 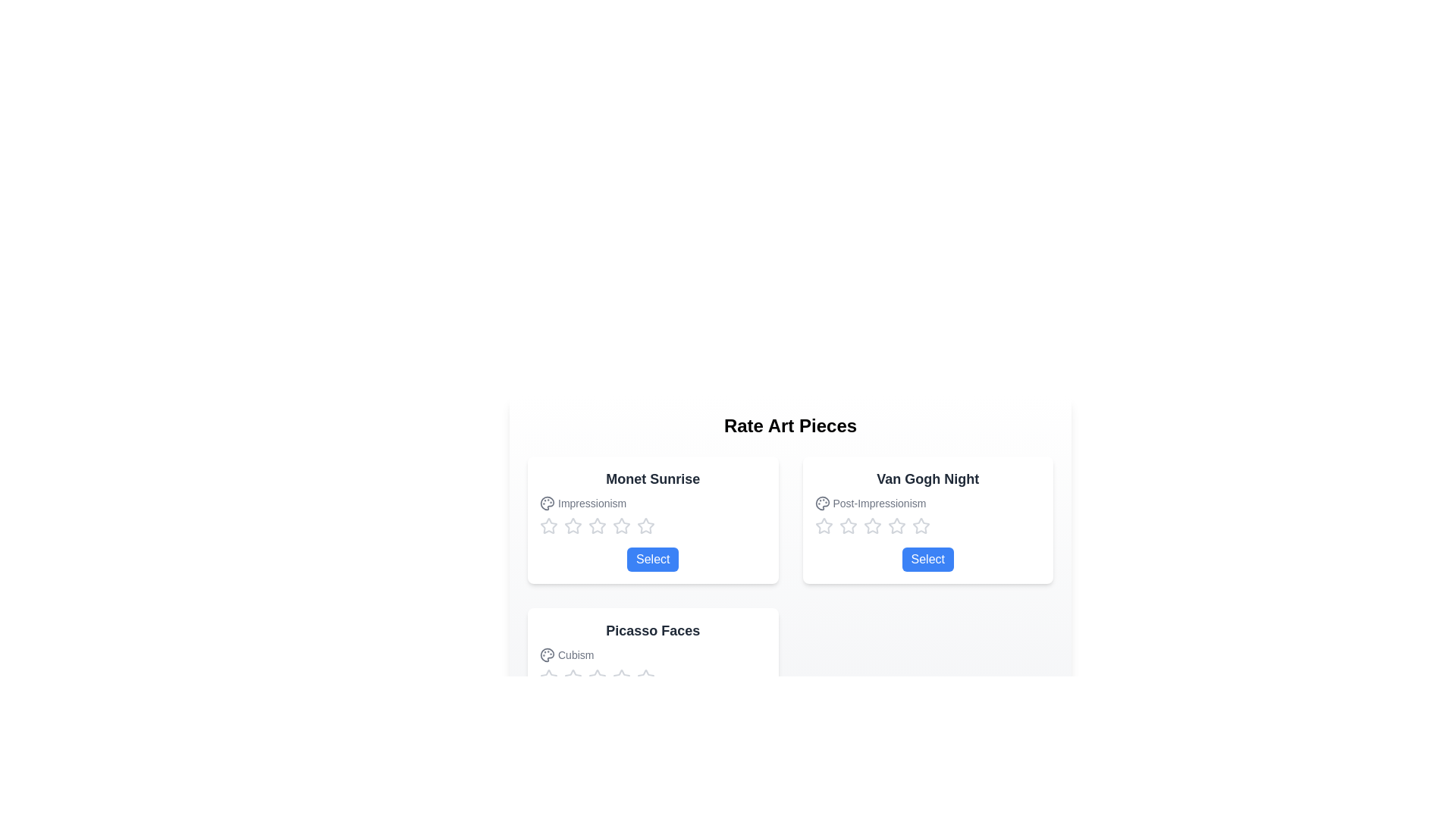 What do you see at coordinates (653, 631) in the screenshot?
I see `the text label 'Picasso Faces' which is styled as a prominent heading with a larger font size and bold weight, located in the third column under the 'Rate Art Pieces' section` at bounding box center [653, 631].